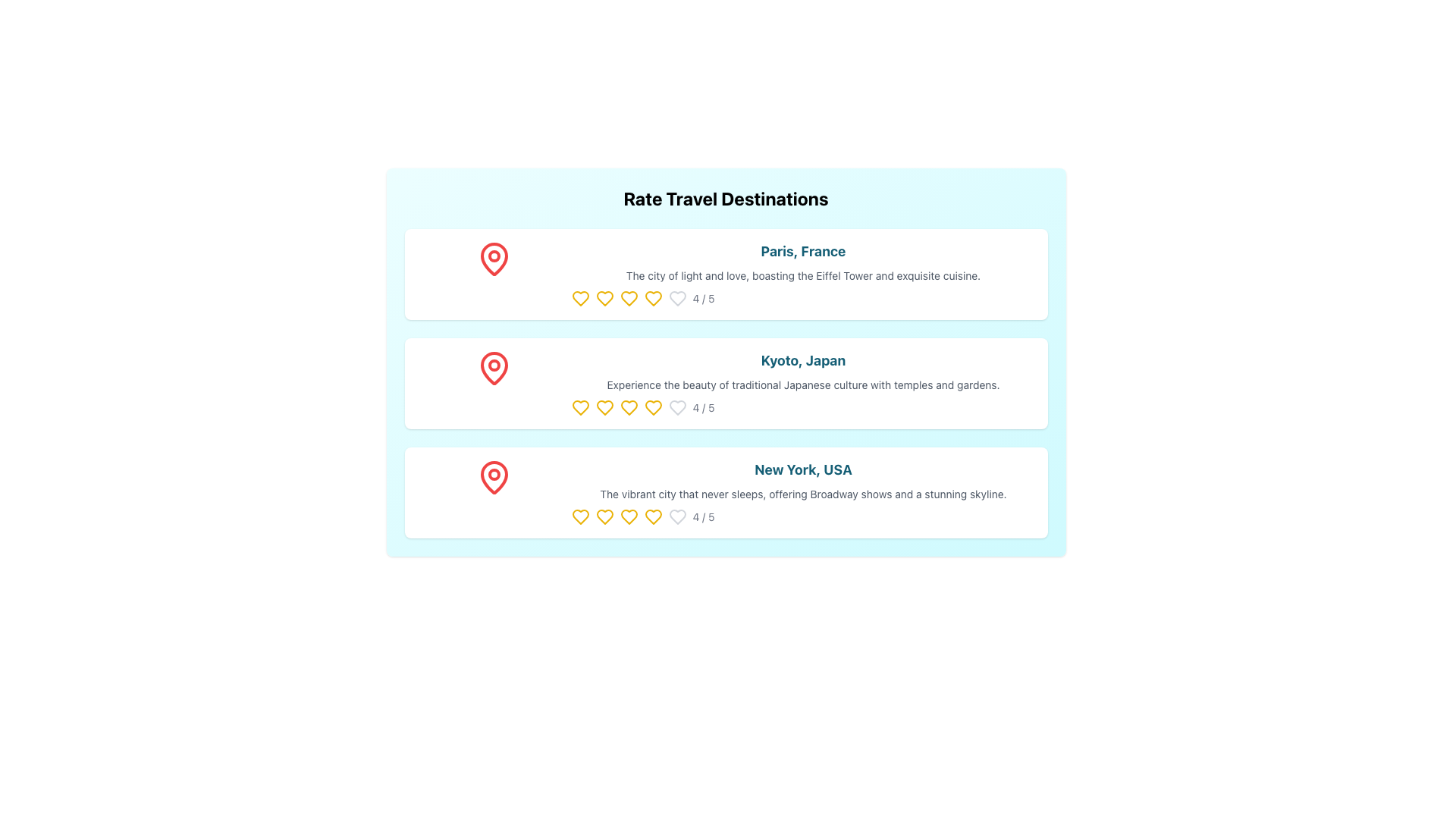  What do you see at coordinates (676, 516) in the screenshot?
I see `the unselected heart rating icon, which is the fifth in a series of five rating icons, located to the left of the text '4/5' in the third card labeled 'New York, USA'` at bounding box center [676, 516].